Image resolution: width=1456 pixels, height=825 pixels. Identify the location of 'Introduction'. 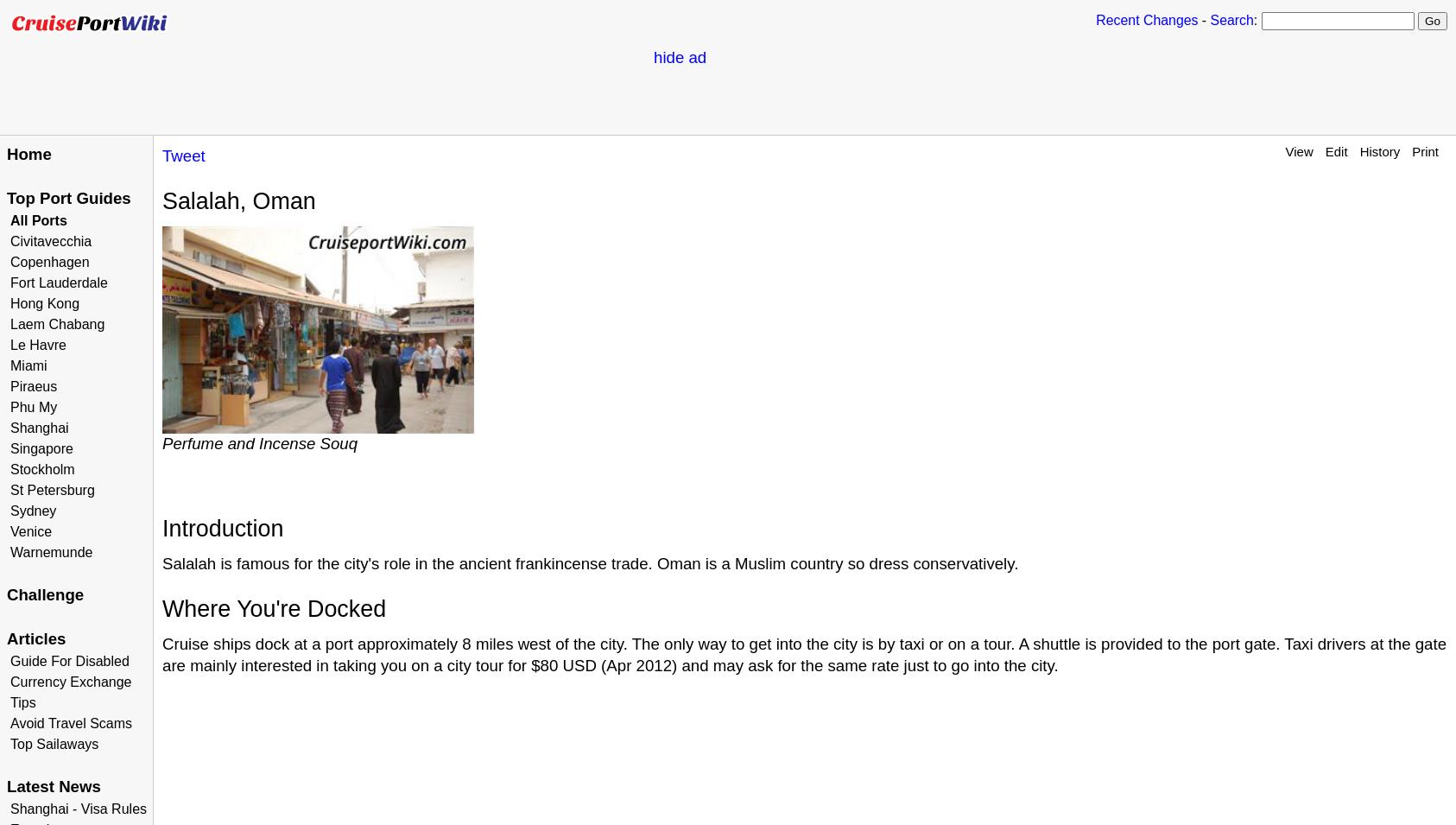
(222, 528).